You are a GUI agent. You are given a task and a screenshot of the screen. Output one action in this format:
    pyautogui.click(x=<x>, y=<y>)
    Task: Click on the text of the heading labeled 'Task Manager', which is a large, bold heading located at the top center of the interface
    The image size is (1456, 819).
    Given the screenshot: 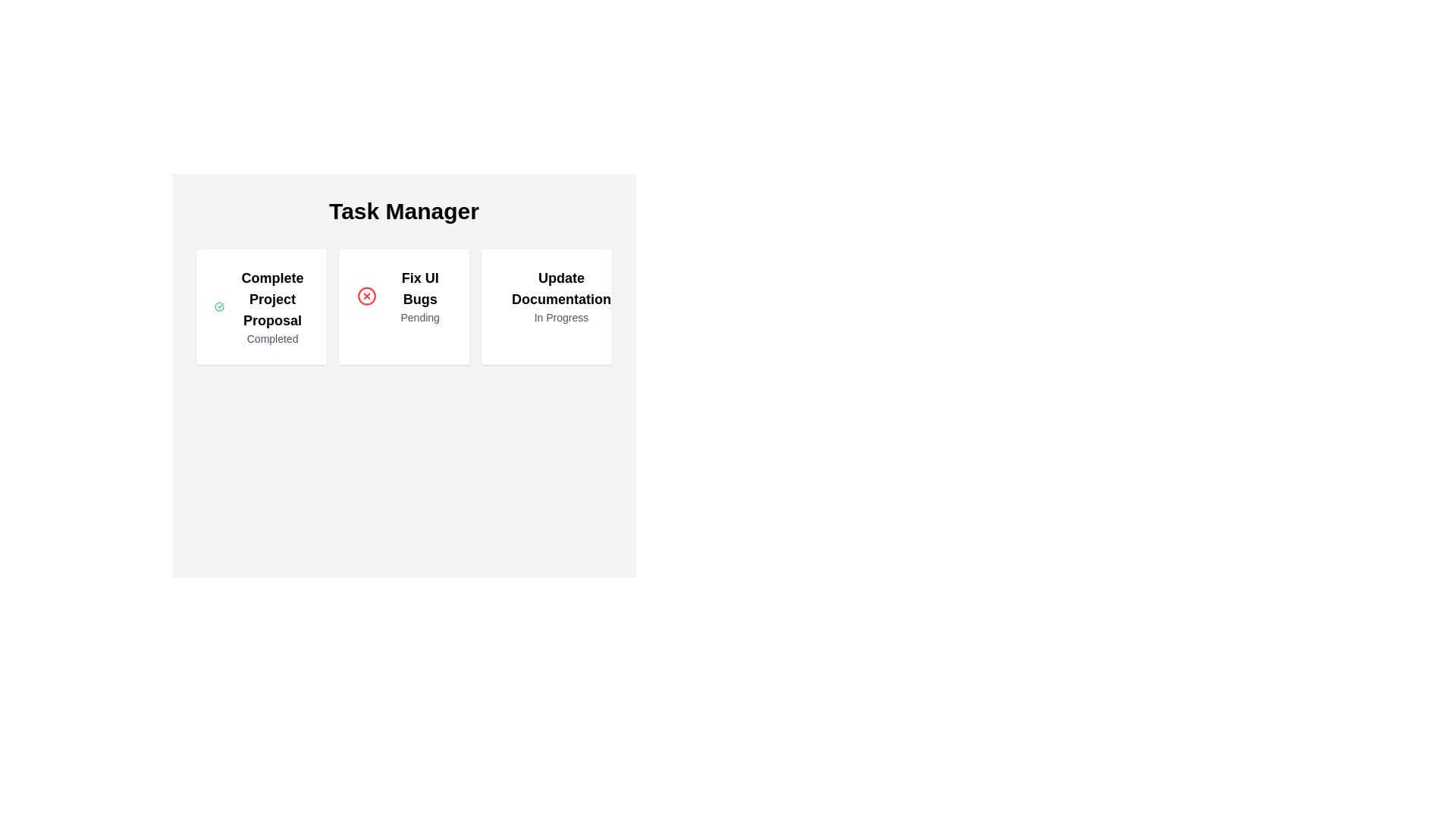 What is the action you would take?
    pyautogui.click(x=403, y=211)
    